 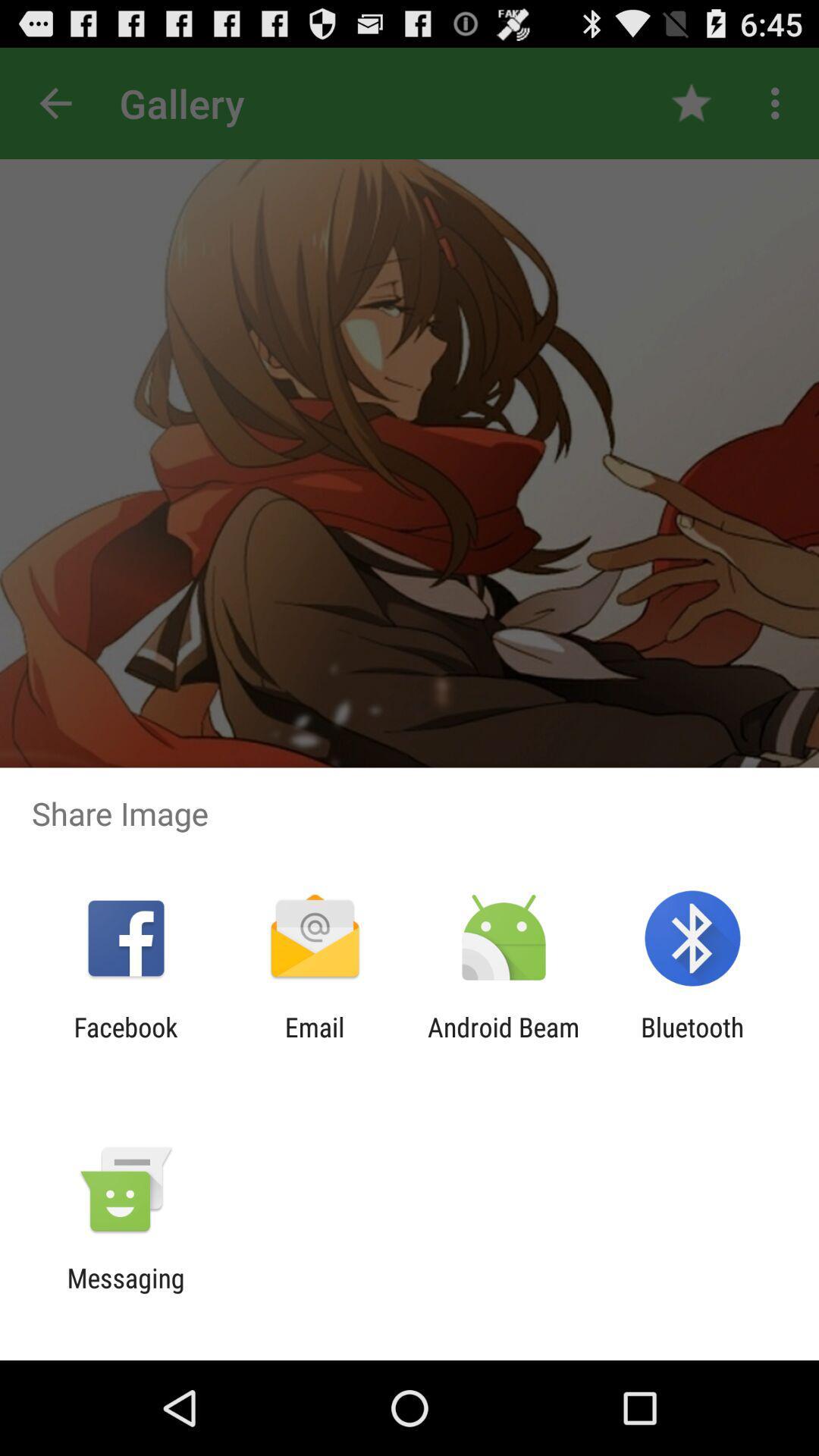 I want to click on item to the right of facebook item, so click(x=314, y=1042).